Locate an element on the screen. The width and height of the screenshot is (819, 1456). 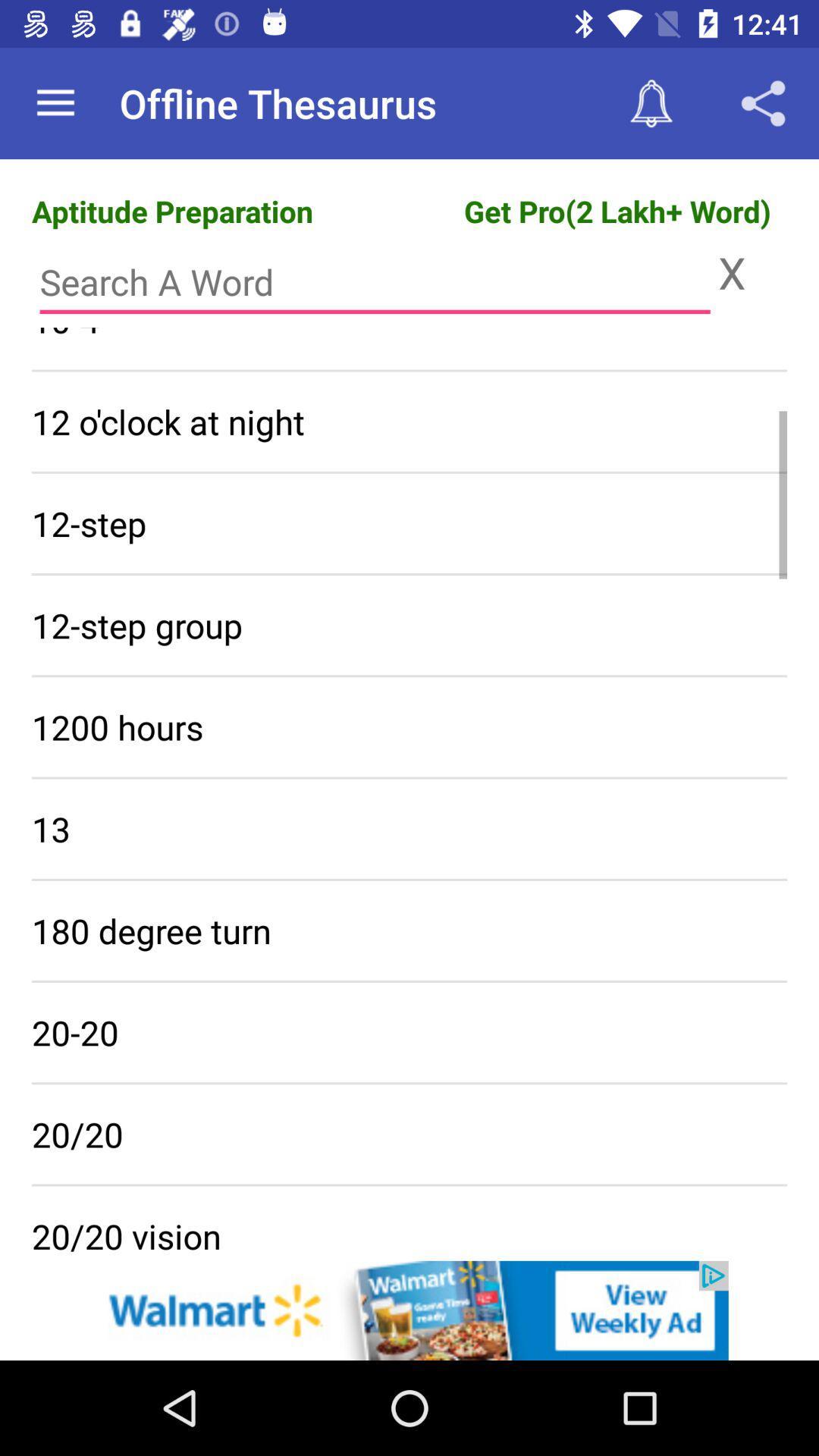
advertisent page is located at coordinates (409, 1310).